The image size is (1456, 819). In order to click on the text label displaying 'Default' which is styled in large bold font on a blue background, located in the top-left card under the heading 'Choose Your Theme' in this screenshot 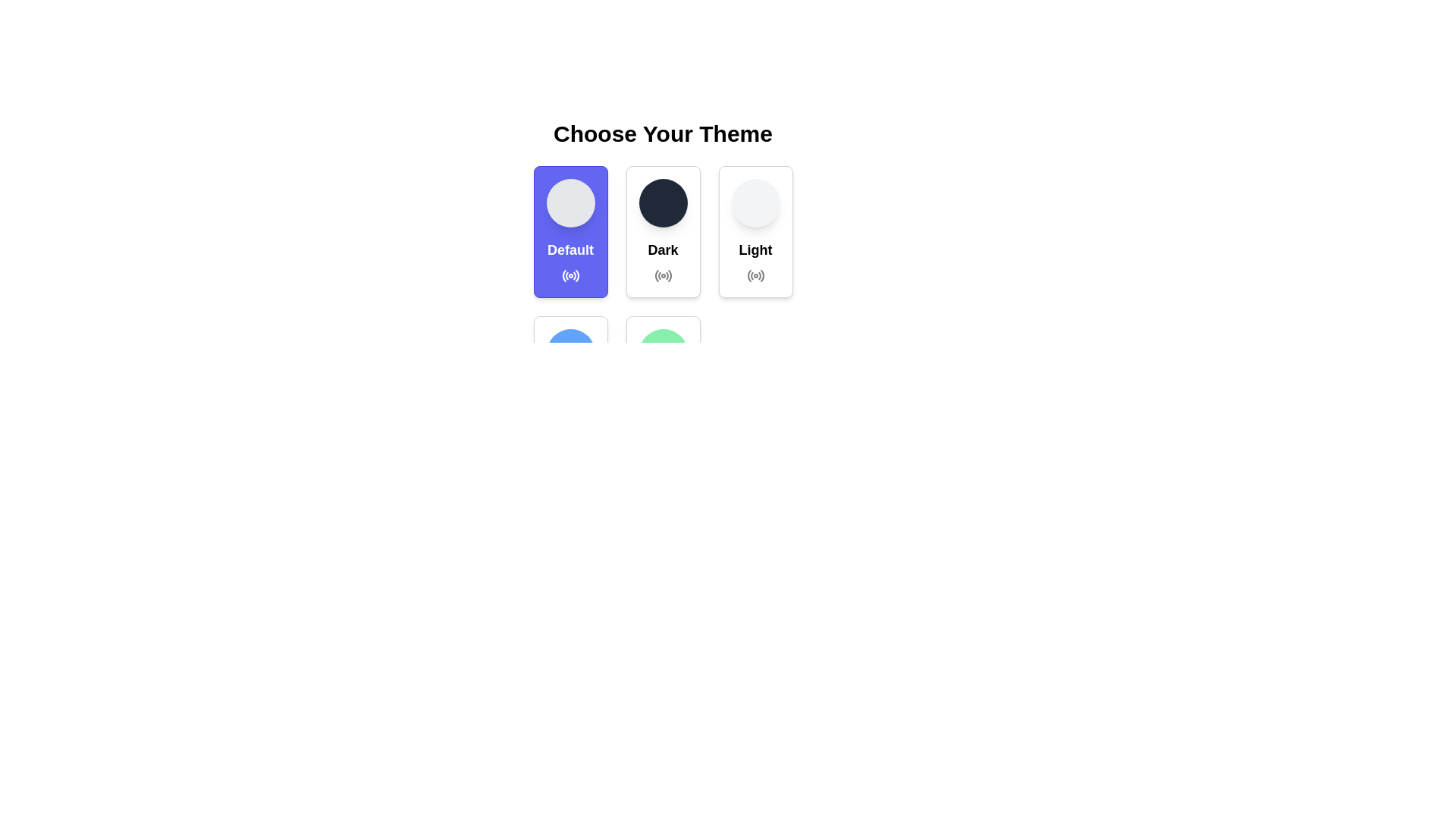, I will do `click(570, 249)`.